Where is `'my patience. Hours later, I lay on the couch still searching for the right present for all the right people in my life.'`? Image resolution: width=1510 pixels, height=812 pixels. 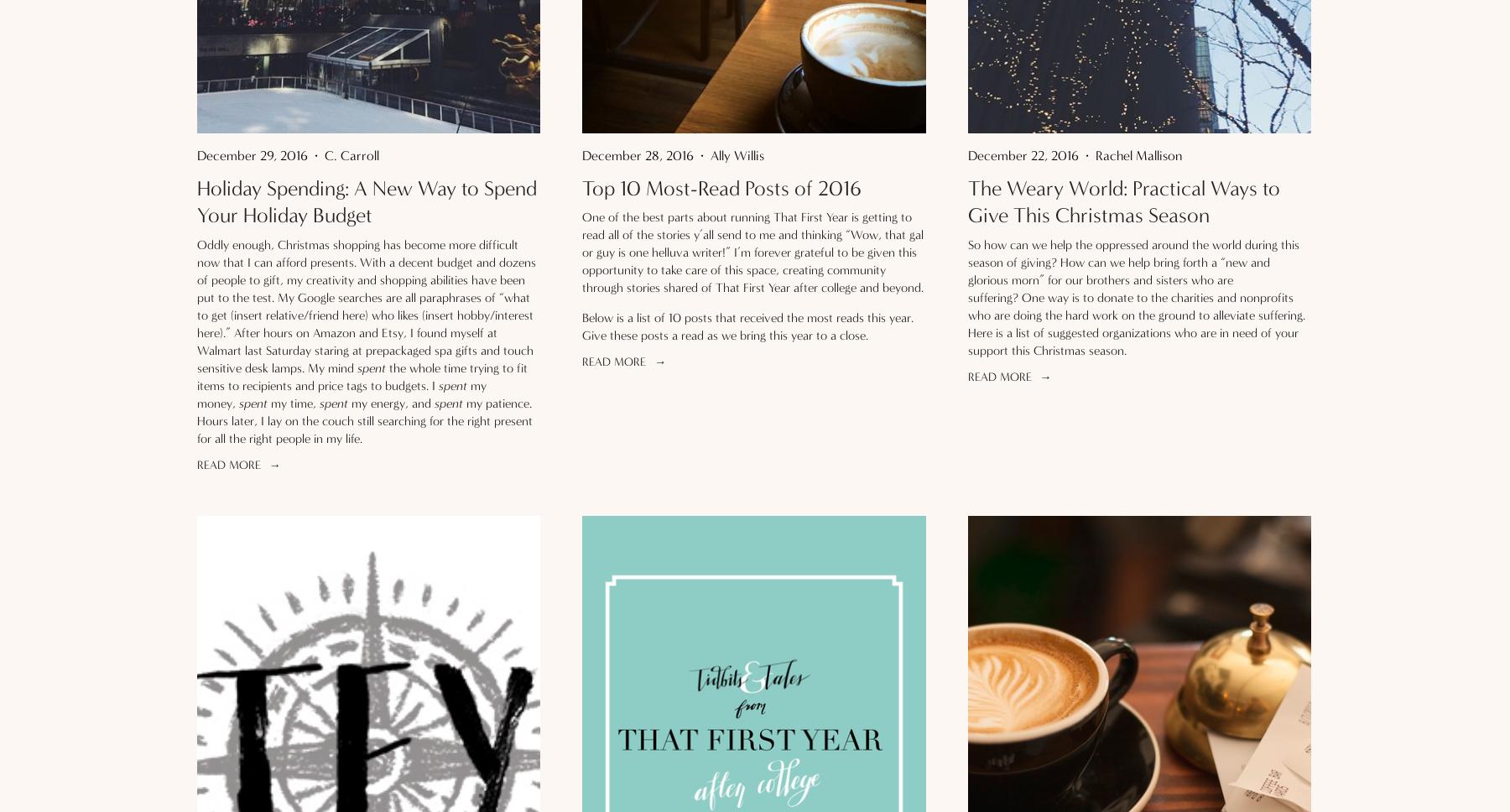
'my patience. Hours later, I lay on the couch still searching for the right present for all the right people in my life.' is located at coordinates (196, 420).